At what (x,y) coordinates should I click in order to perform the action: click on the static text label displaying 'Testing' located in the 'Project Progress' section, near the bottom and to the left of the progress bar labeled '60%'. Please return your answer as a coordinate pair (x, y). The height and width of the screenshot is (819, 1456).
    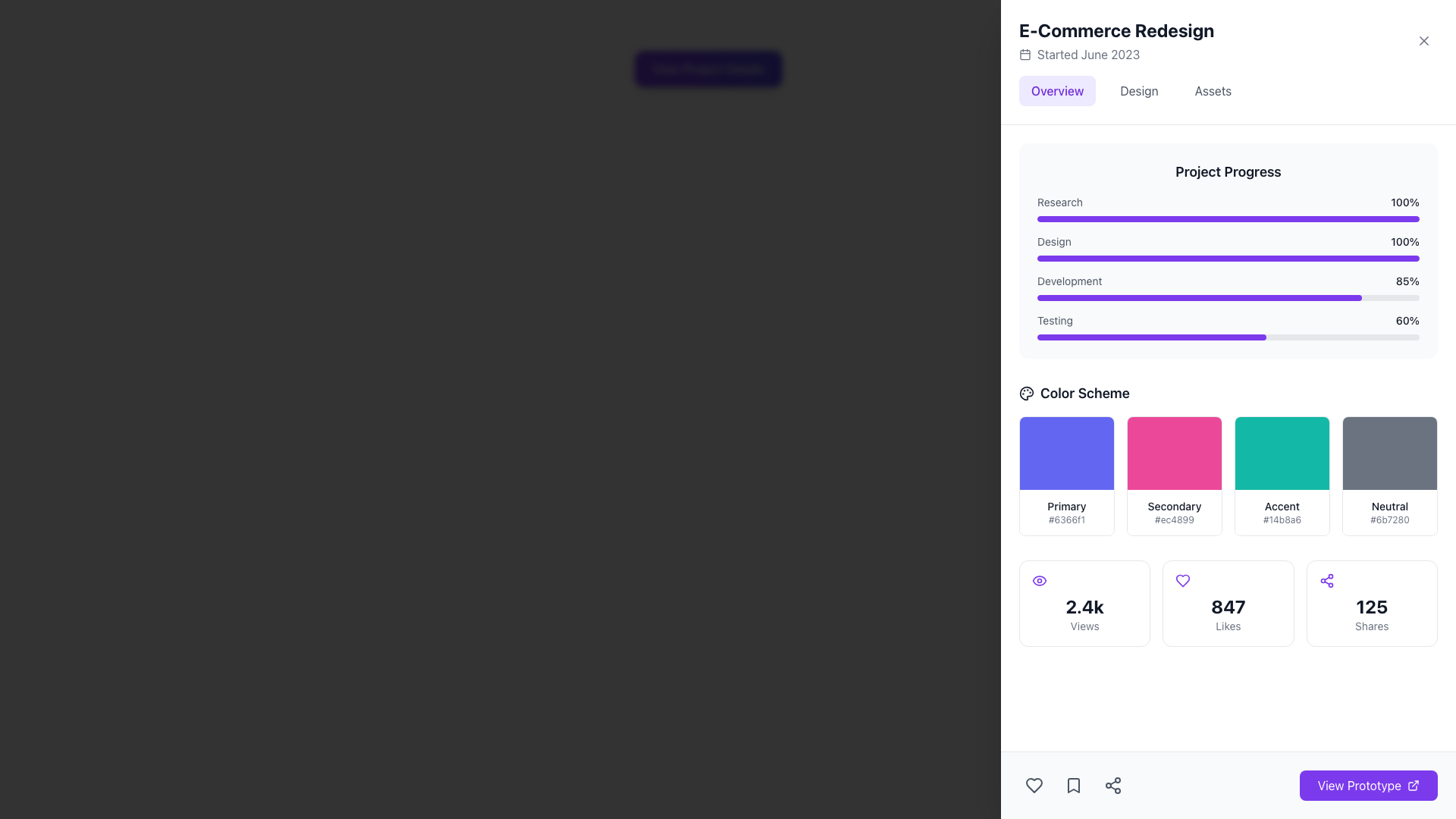
    Looking at the image, I should click on (1054, 320).